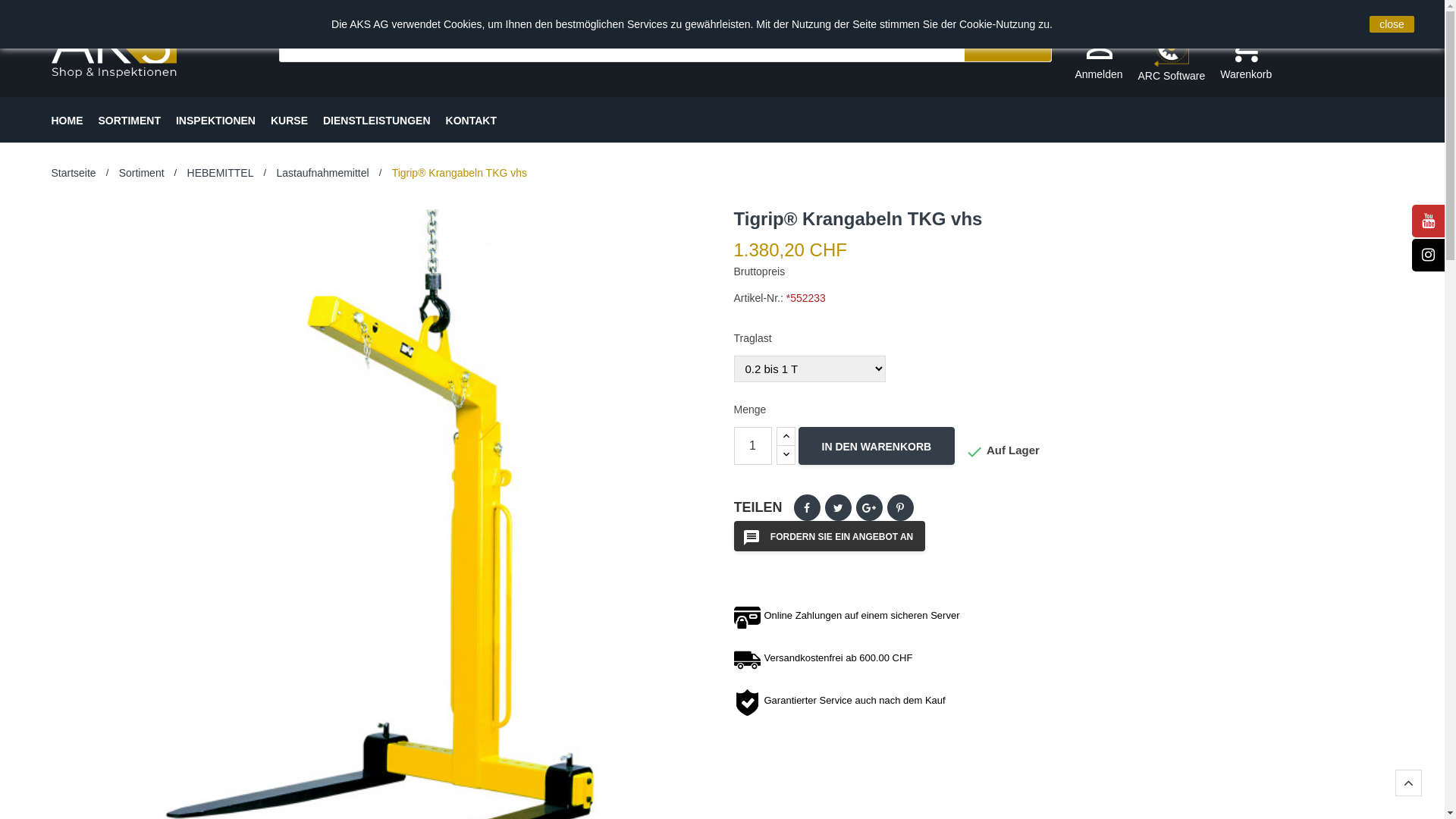  Describe the element at coordinates (1219, 55) in the screenshot. I see `'0` at that location.